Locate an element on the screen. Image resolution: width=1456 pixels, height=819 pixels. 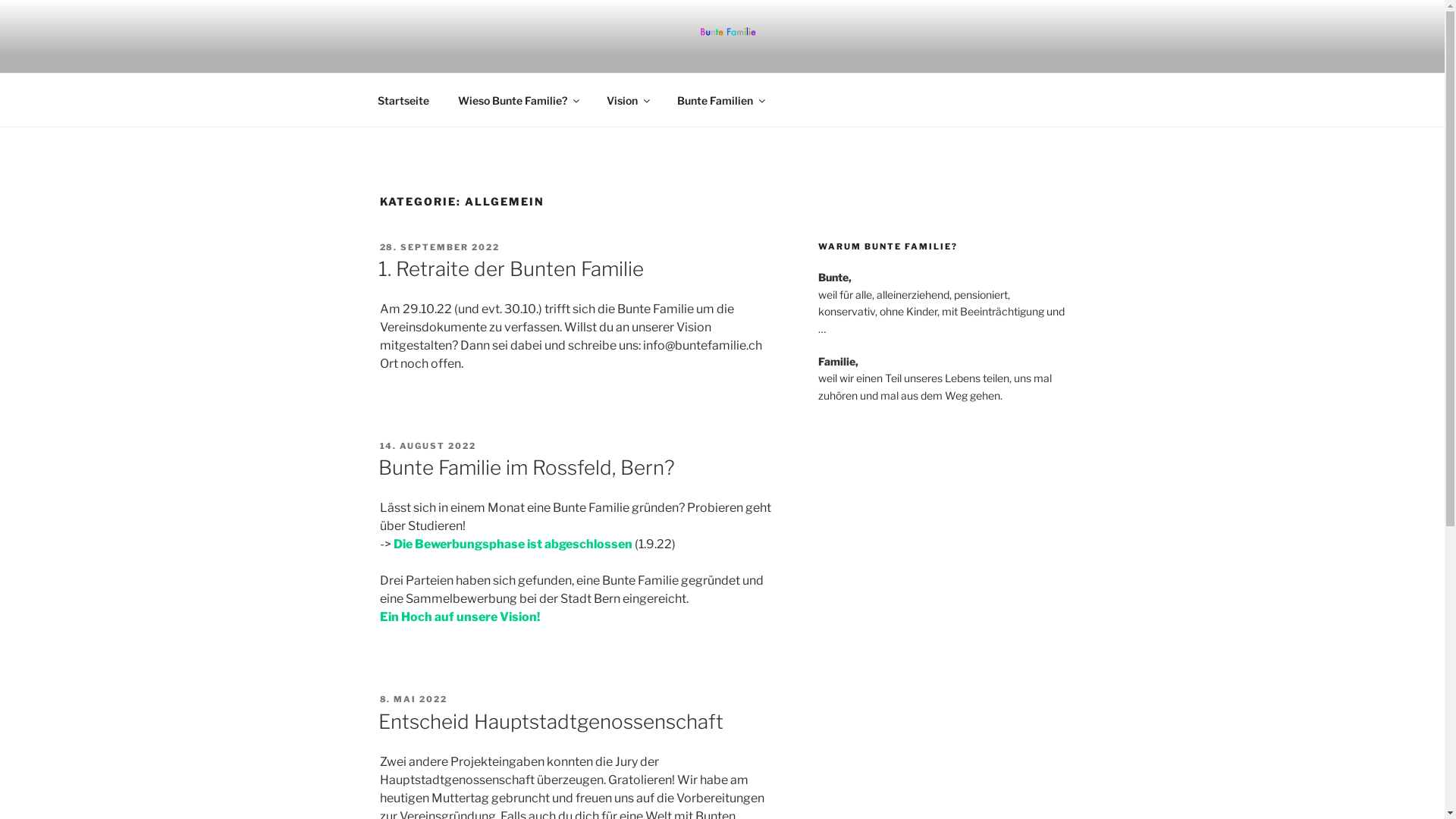
'Startseite' is located at coordinates (403, 100).